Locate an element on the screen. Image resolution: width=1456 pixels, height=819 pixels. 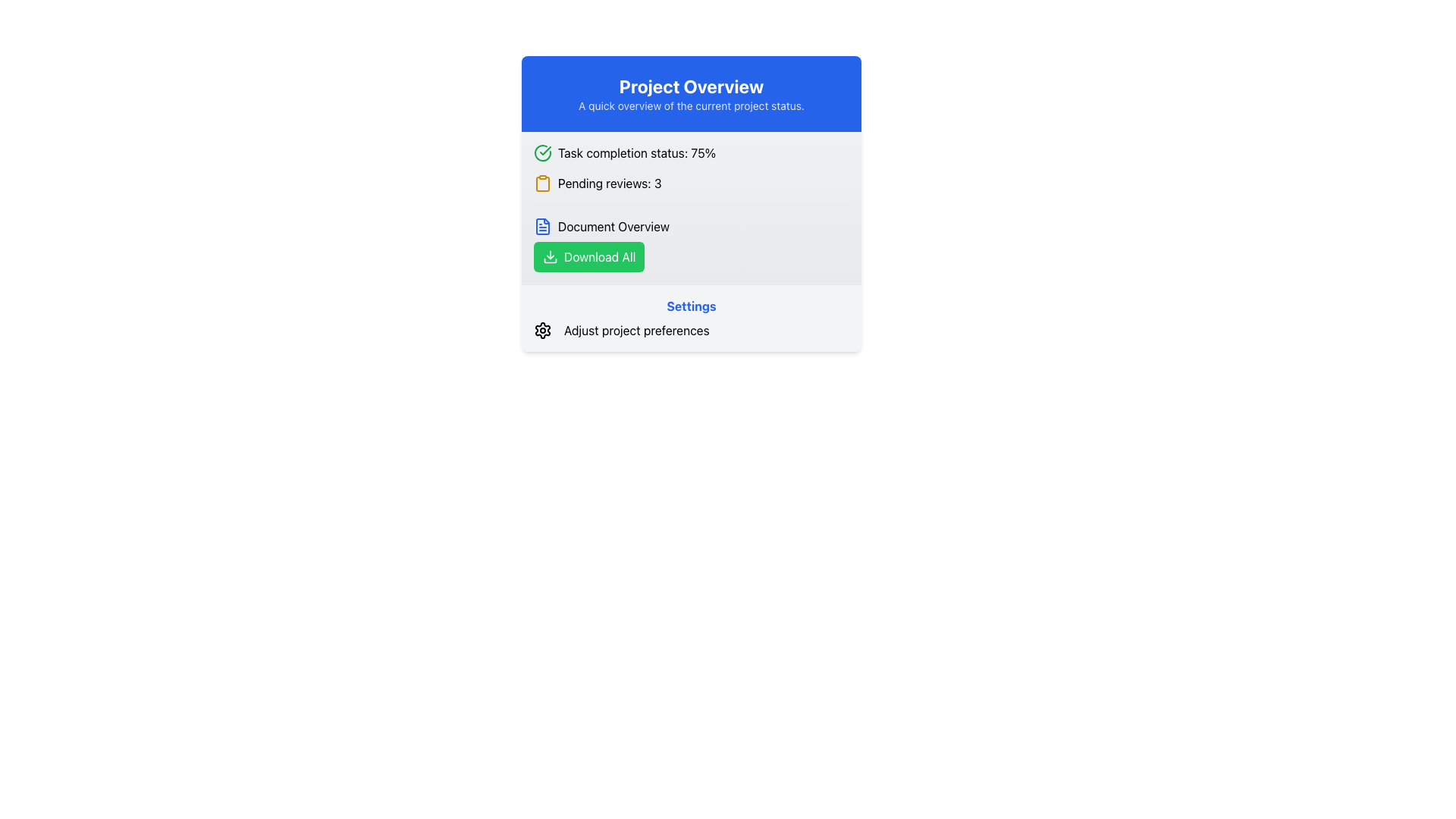
the gear icon representing settings, located to the left of the 'Adjust project preferences' text is located at coordinates (542, 329).